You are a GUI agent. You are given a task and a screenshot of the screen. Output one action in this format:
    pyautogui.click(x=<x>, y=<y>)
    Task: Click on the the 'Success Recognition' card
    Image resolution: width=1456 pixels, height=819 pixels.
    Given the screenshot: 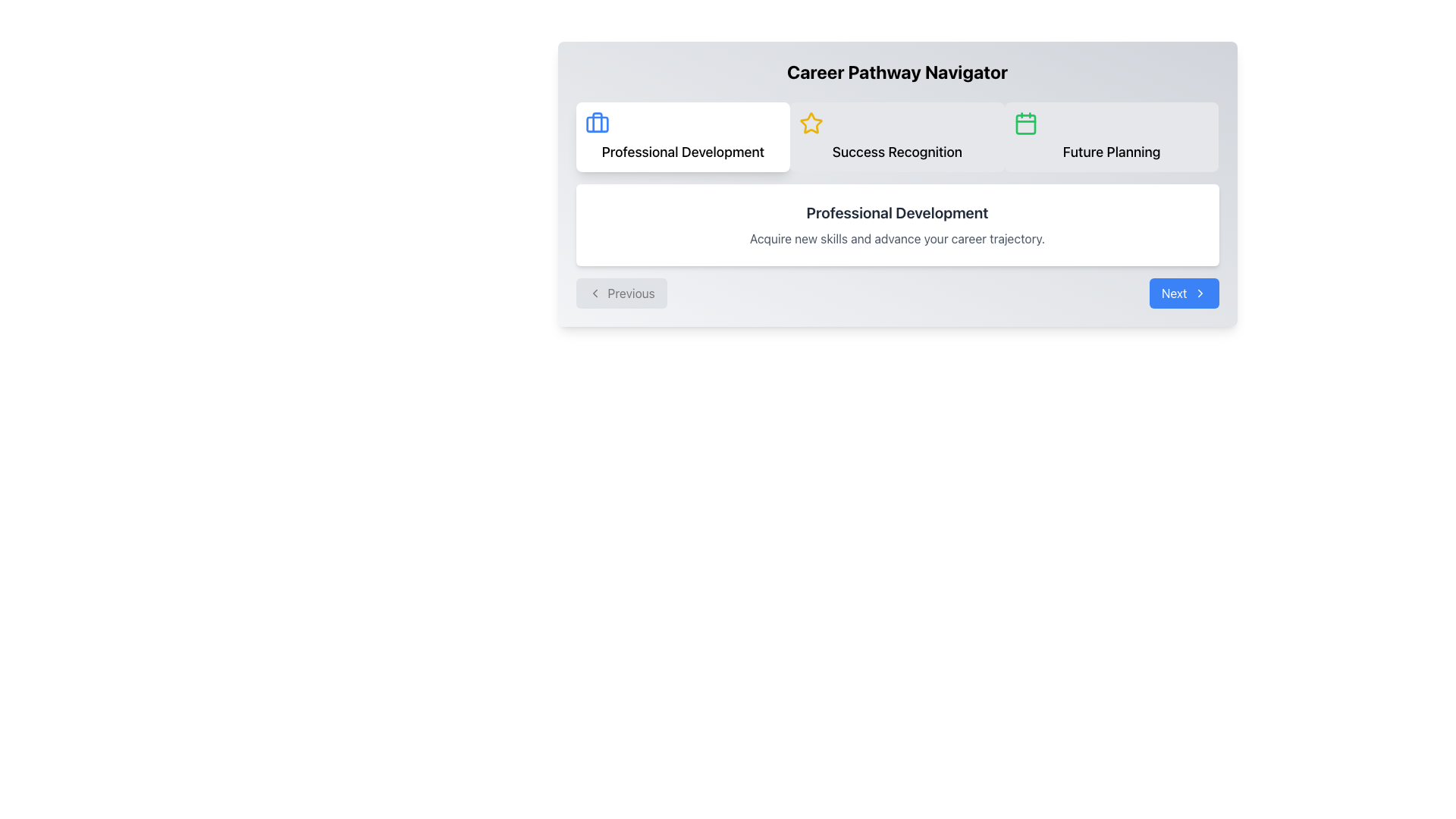 What is the action you would take?
    pyautogui.click(x=897, y=137)
    